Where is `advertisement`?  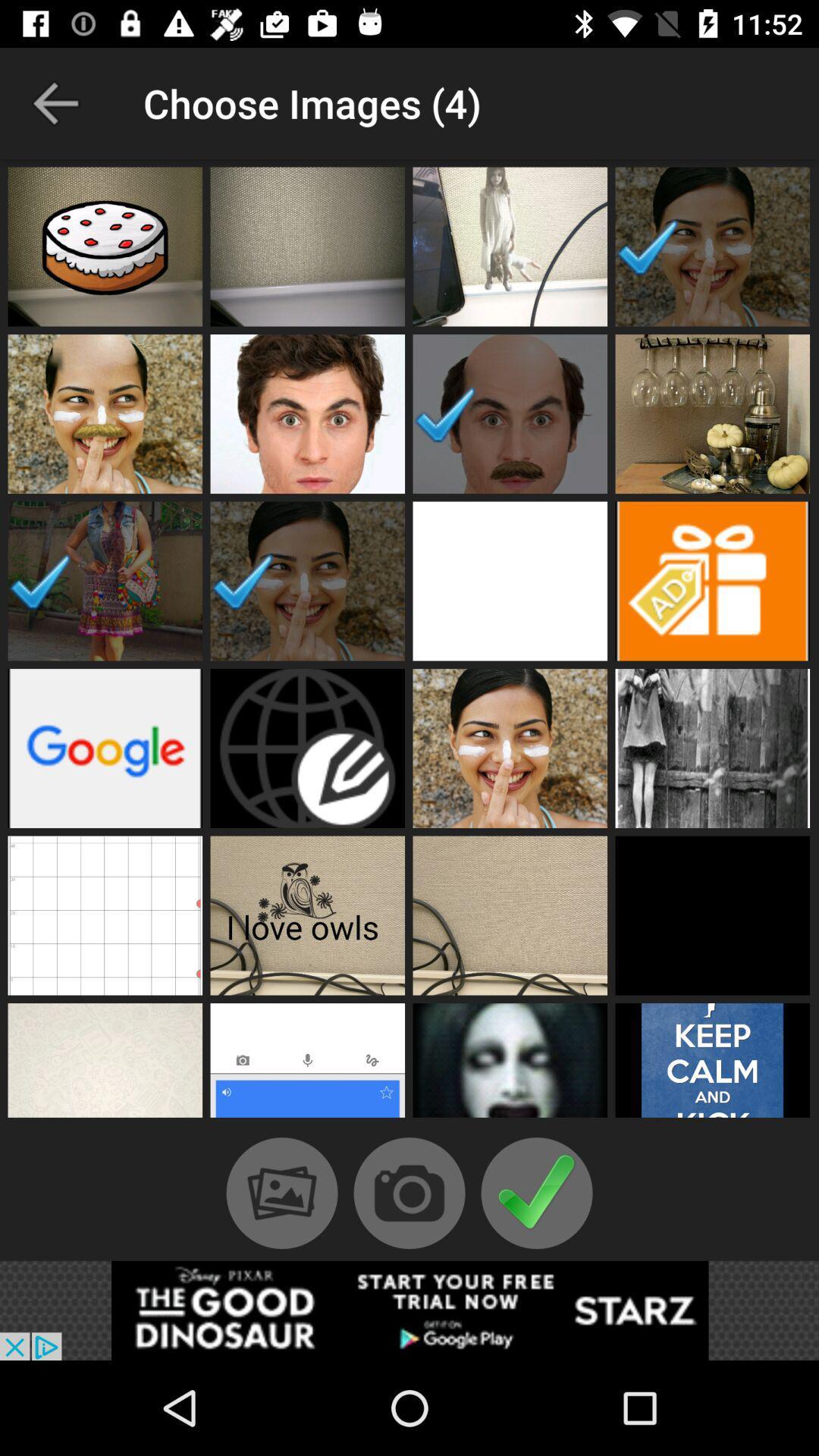 advertisement is located at coordinates (409, 1310).